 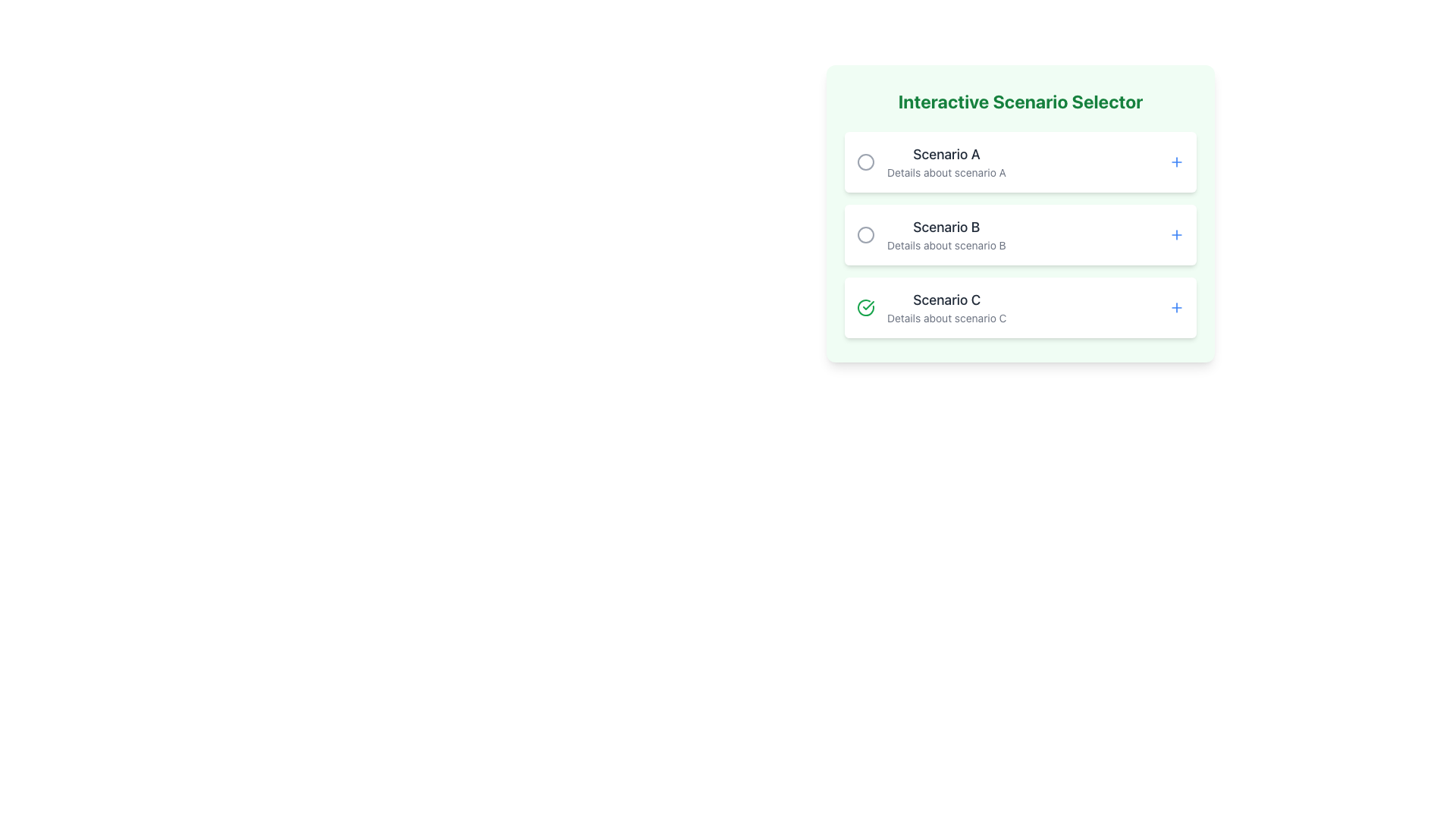 I want to click on the 'Scenario B' informational and interactive group for keyboard navigation, so click(x=930, y=234).